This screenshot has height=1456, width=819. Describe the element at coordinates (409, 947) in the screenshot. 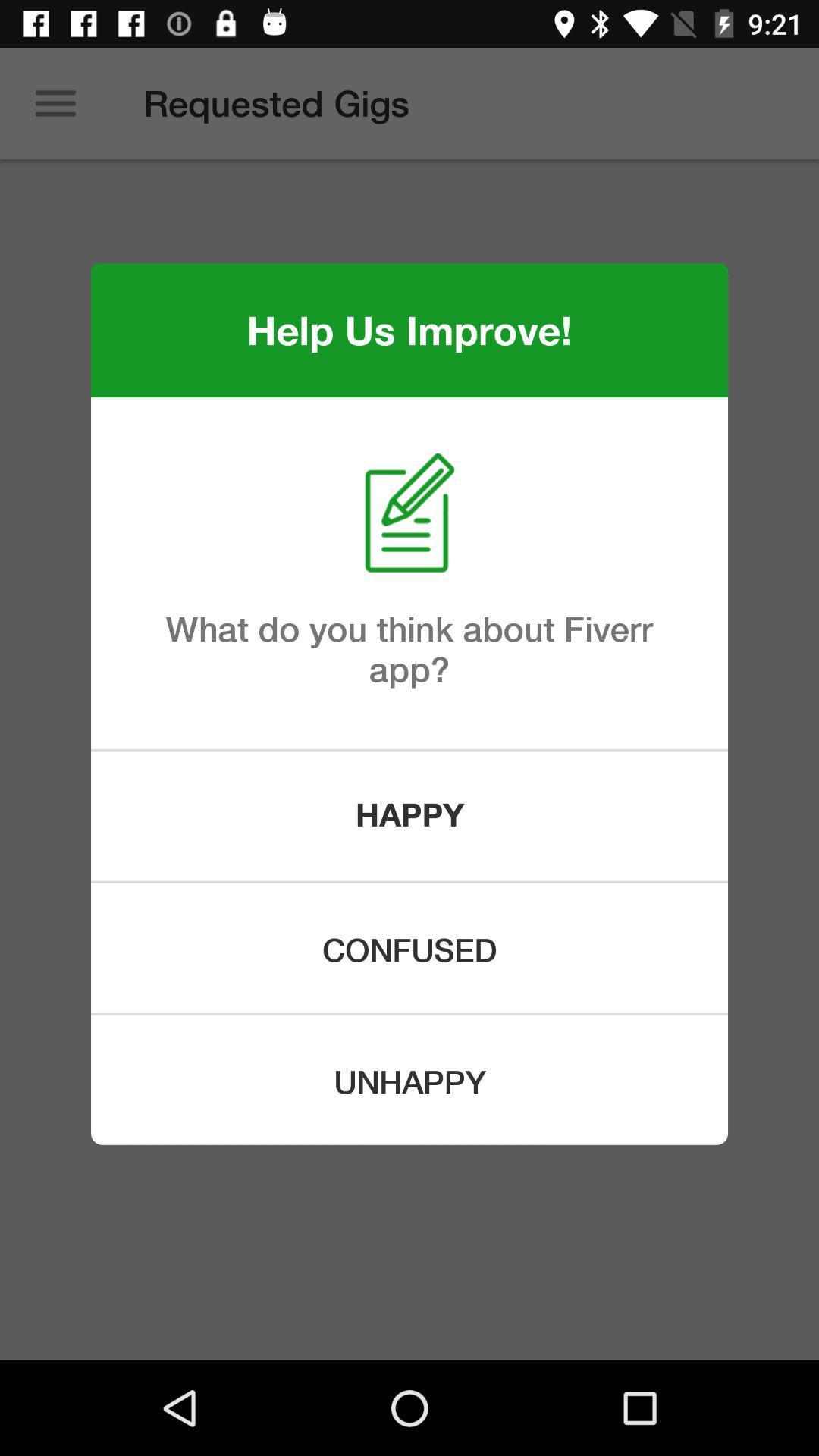

I see `confused icon` at that location.